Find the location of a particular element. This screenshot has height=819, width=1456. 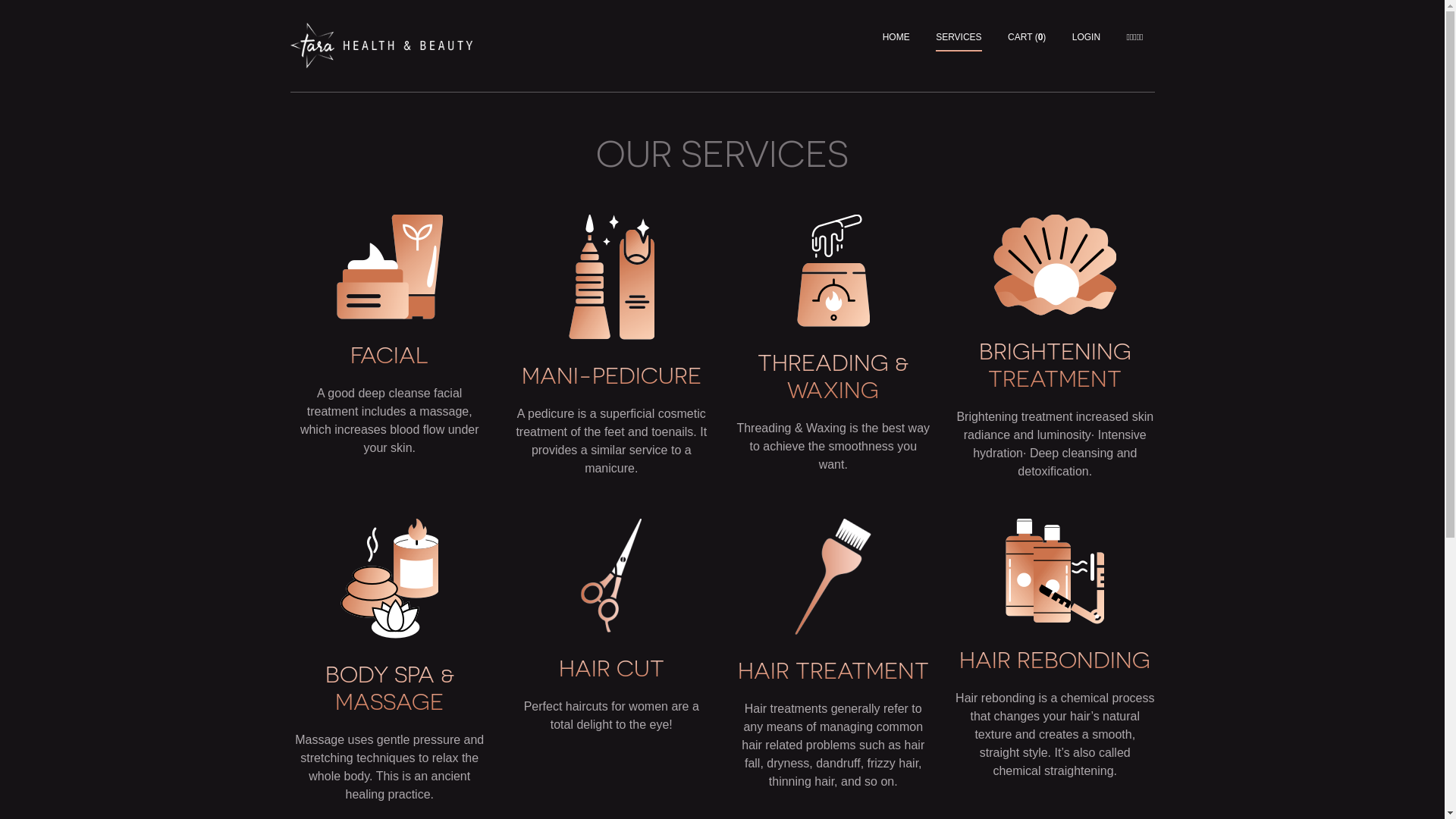

'LOGIN' is located at coordinates (1085, 36).